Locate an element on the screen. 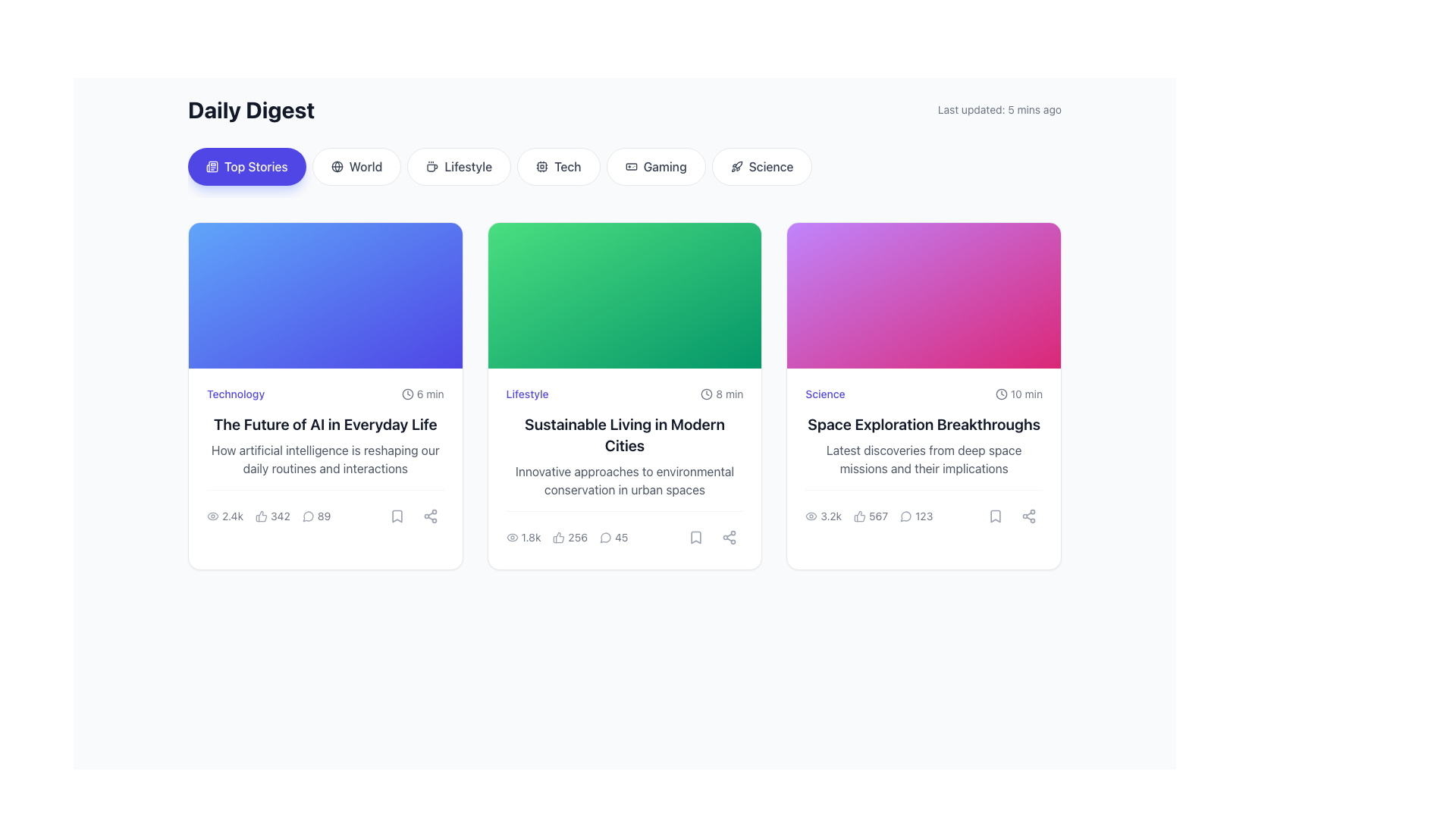  the decorative icon that represents the 'Lifestyle' category in the navigation menu, located to the left of the 'Lifestyle' text is located at coordinates (431, 166).